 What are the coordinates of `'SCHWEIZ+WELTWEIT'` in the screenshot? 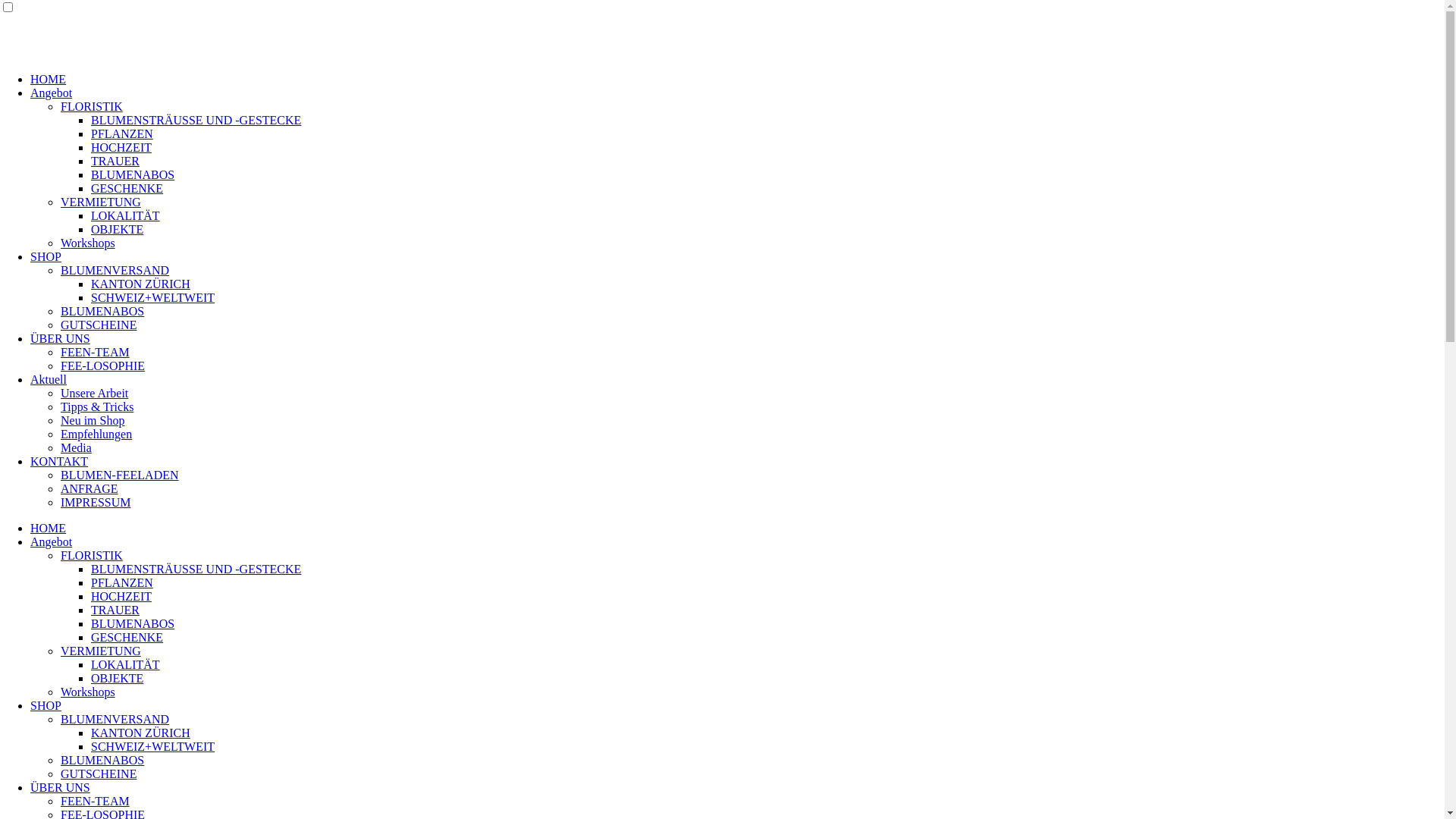 It's located at (152, 745).